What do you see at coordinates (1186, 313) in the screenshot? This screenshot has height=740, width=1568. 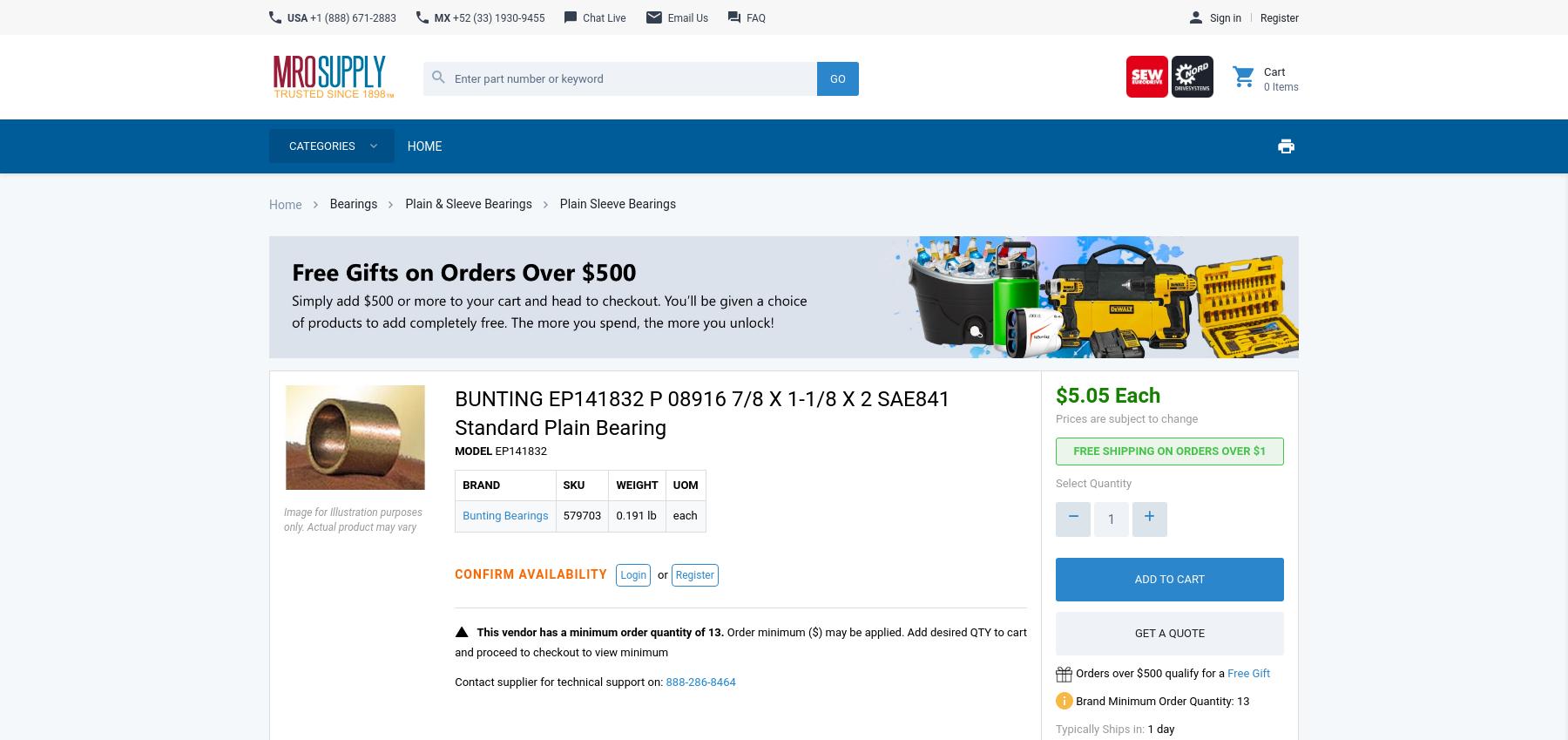 I see `'PAY WITH PO'` at bounding box center [1186, 313].